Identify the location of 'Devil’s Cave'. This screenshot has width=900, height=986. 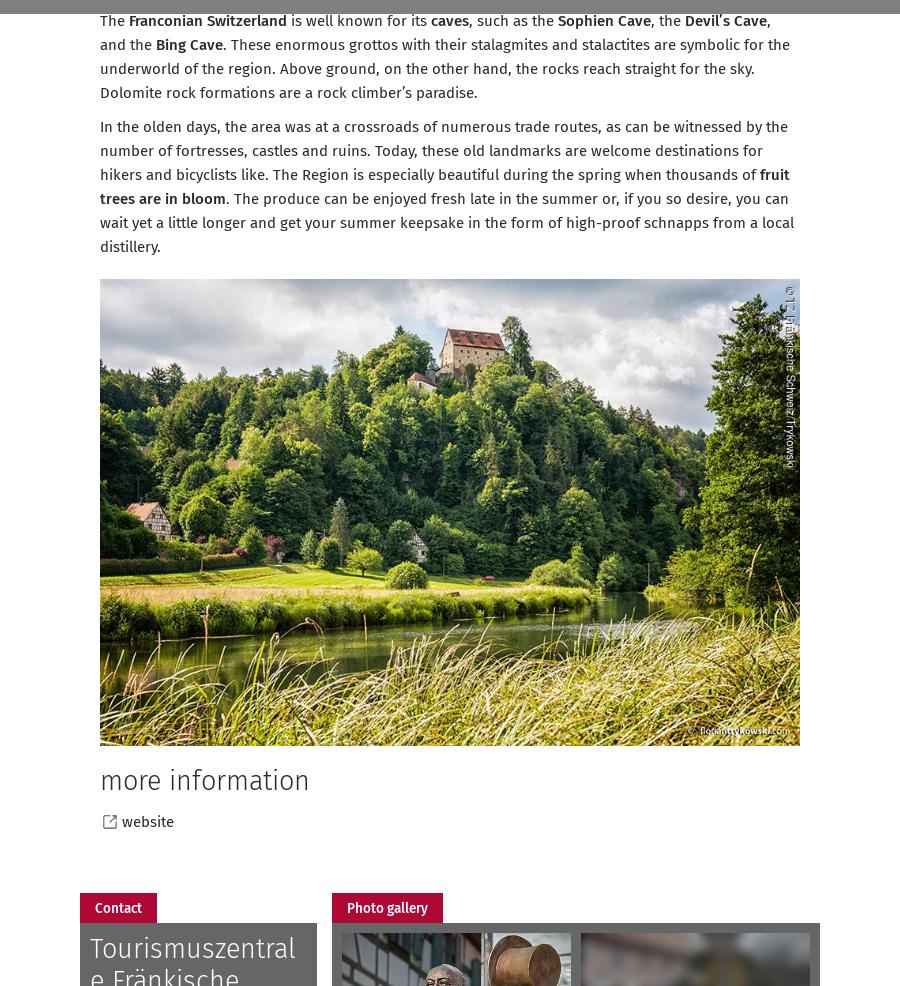
(725, 19).